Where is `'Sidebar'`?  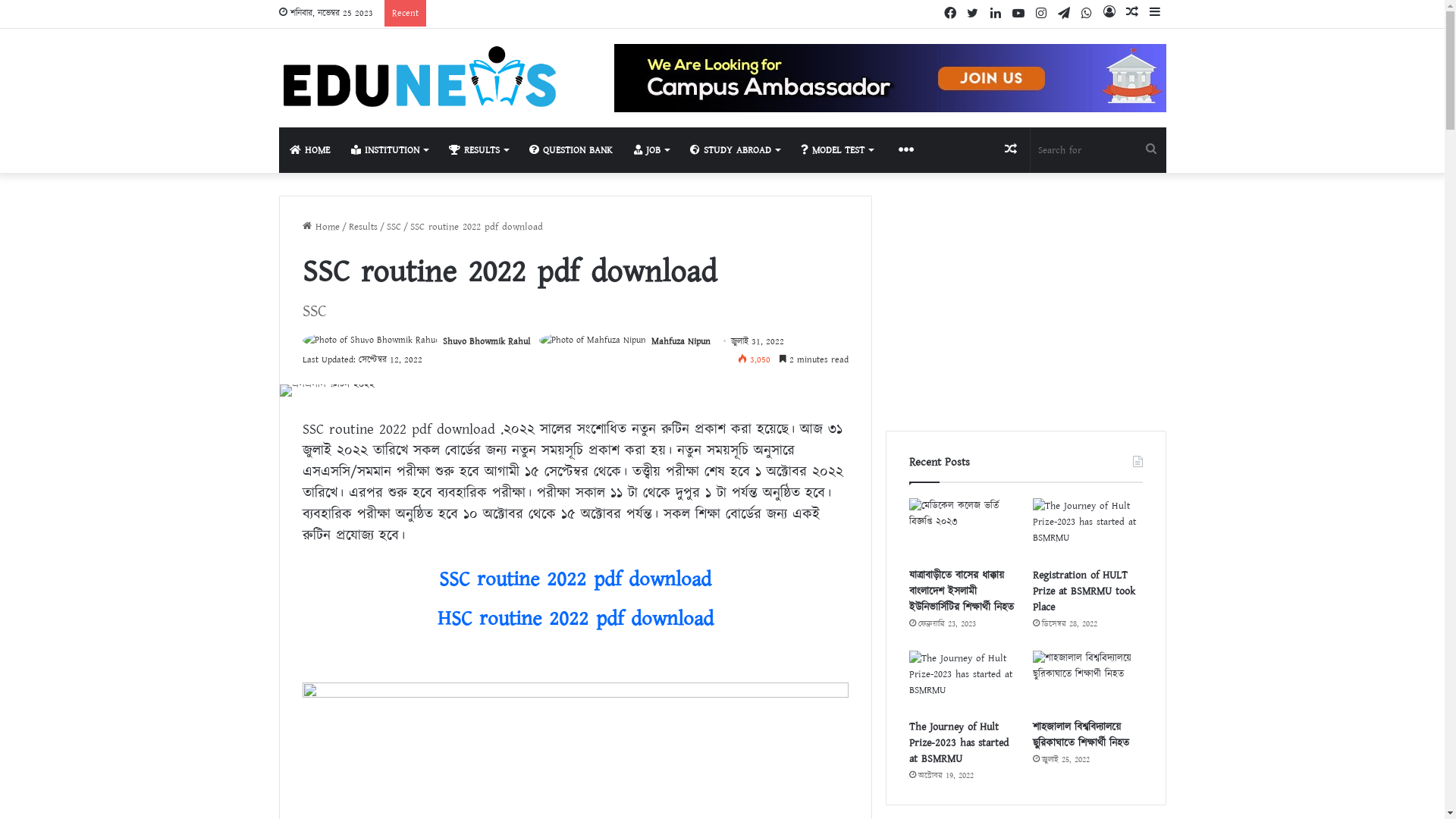 'Sidebar' is located at coordinates (1153, 13).